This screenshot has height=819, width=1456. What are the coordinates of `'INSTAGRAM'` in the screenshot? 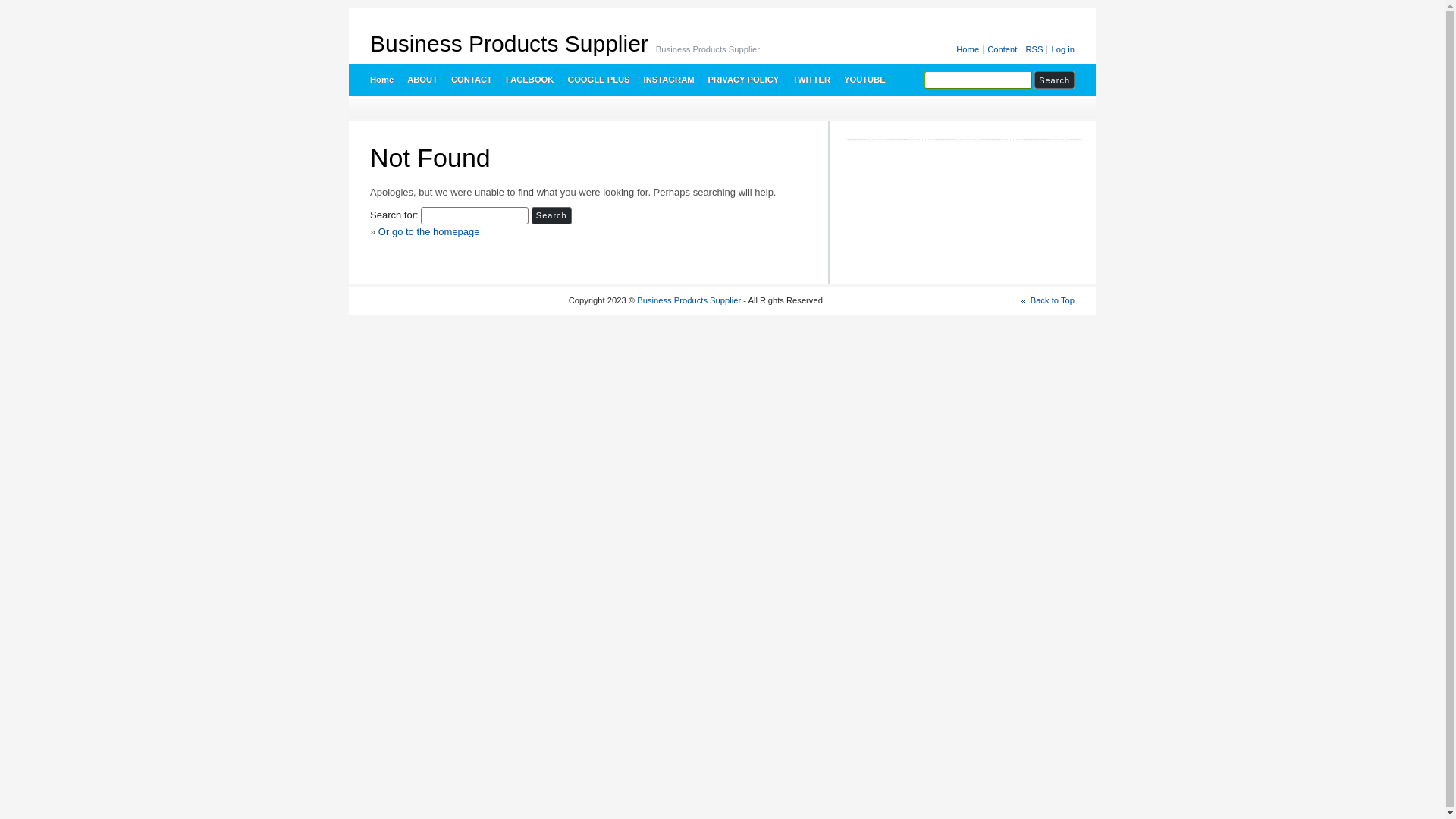 It's located at (667, 79).